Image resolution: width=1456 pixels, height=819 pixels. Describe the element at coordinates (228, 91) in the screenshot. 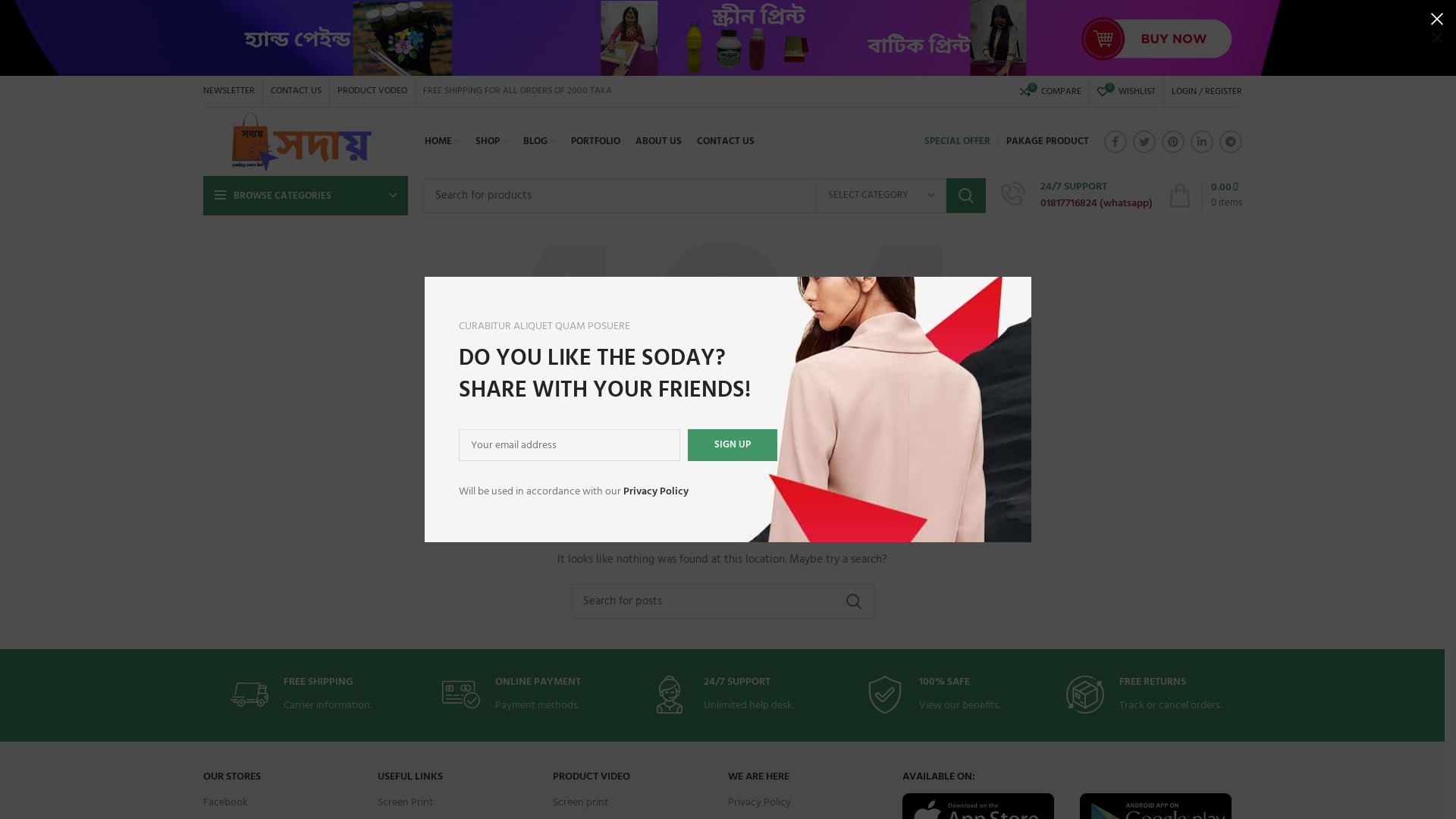

I see `'NEWSLETTER'` at that location.